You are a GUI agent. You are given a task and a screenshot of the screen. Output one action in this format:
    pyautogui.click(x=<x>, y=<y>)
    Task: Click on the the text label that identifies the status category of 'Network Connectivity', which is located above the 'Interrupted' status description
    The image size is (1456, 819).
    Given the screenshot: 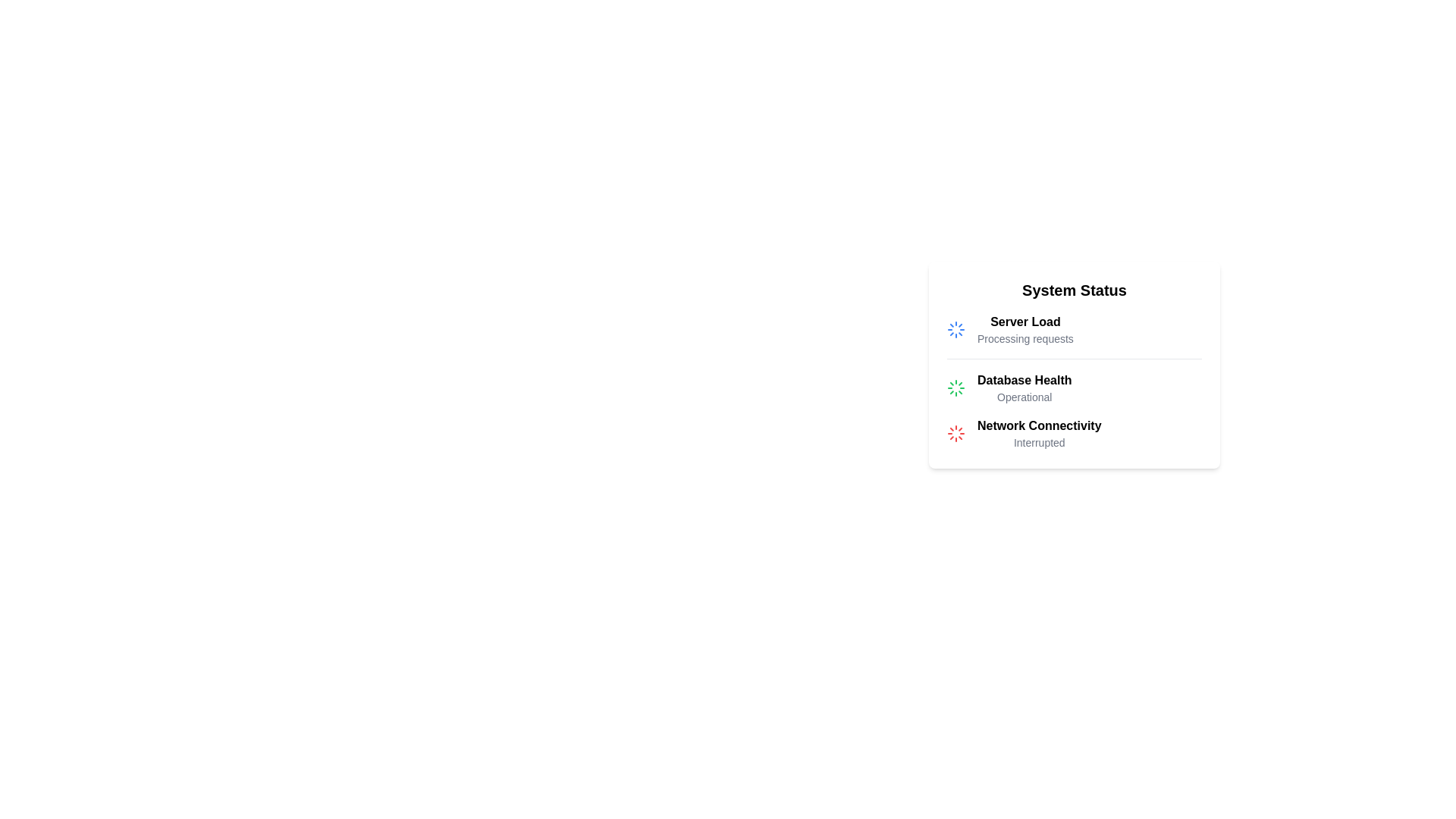 What is the action you would take?
    pyautogui.click(x=1038, y=426)
    